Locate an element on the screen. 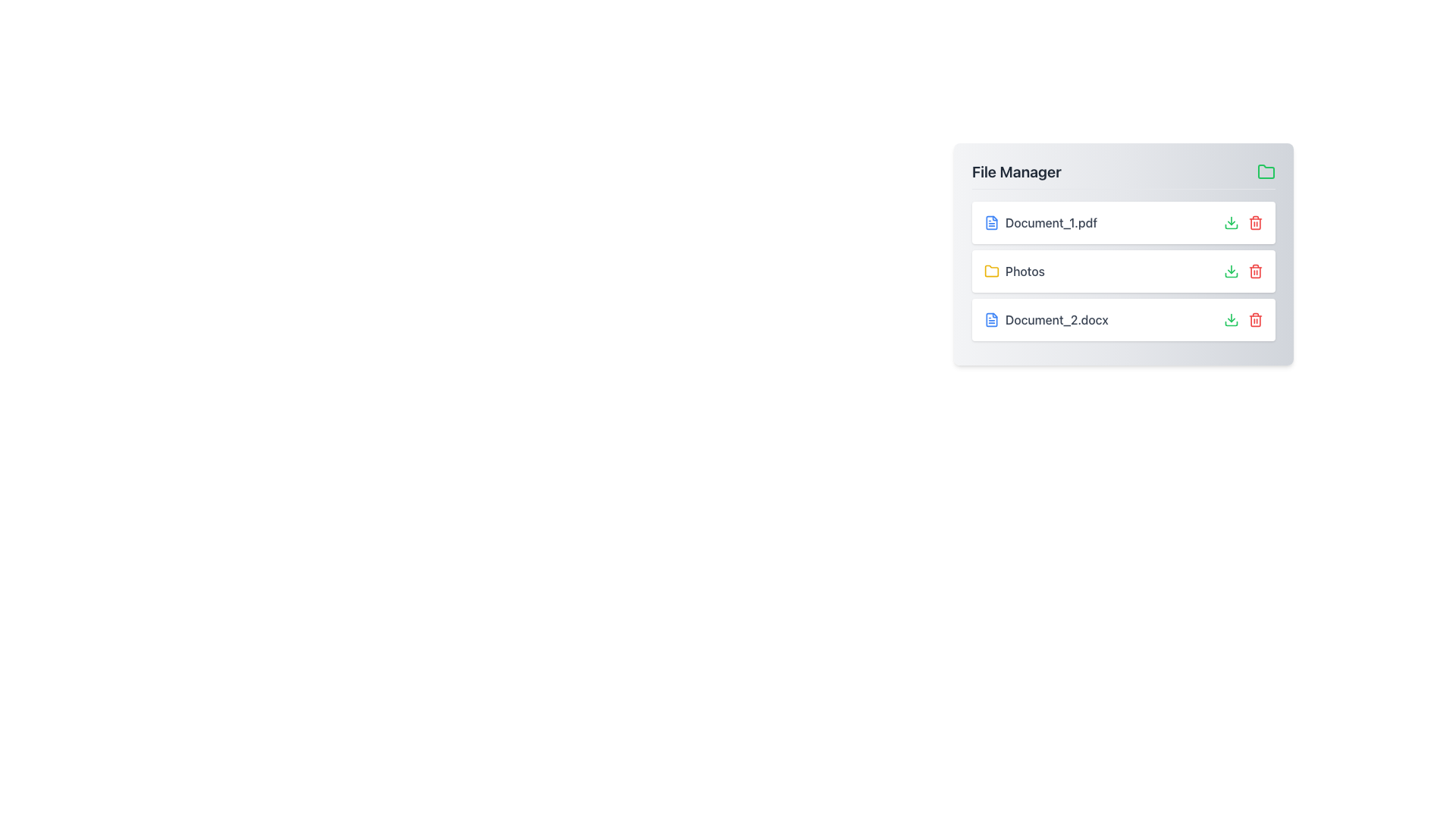 The width and height of the screenshot is (1456, 819). the green download icon in the Photos row of the file manager interface to download the file or folder is located at coordinates (1244, 271).